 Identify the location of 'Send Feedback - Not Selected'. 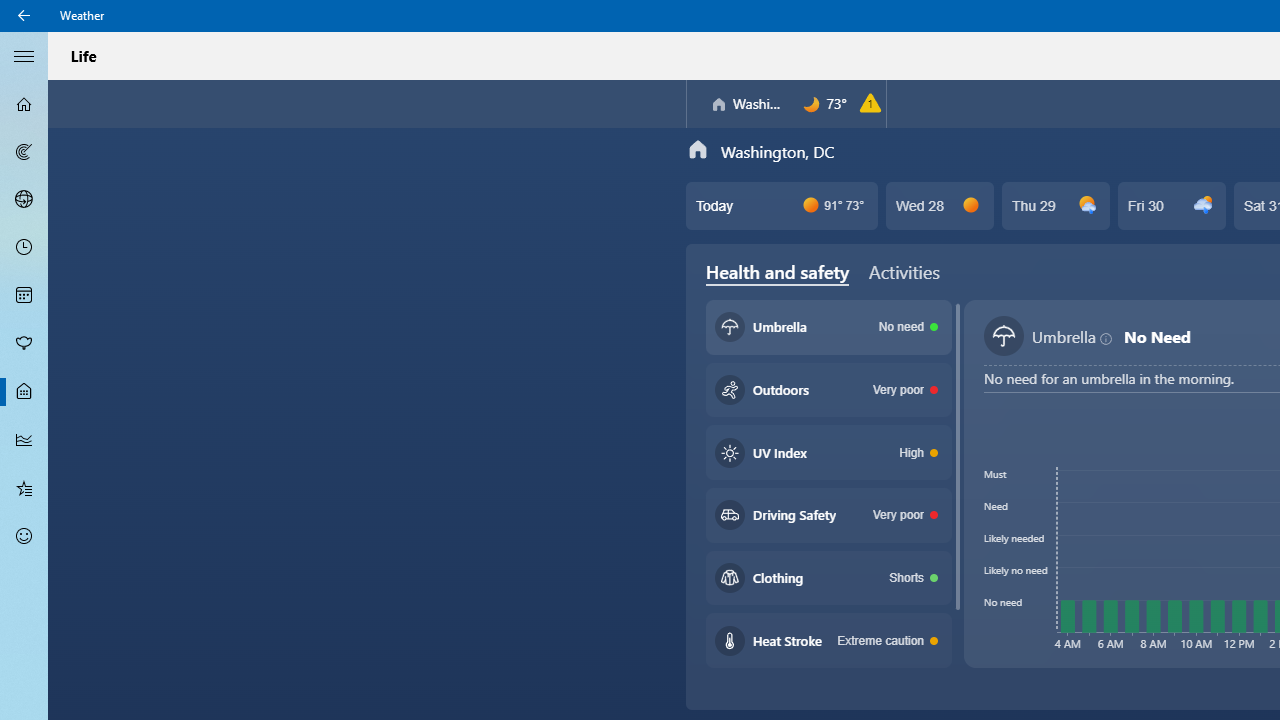
(24, 535).